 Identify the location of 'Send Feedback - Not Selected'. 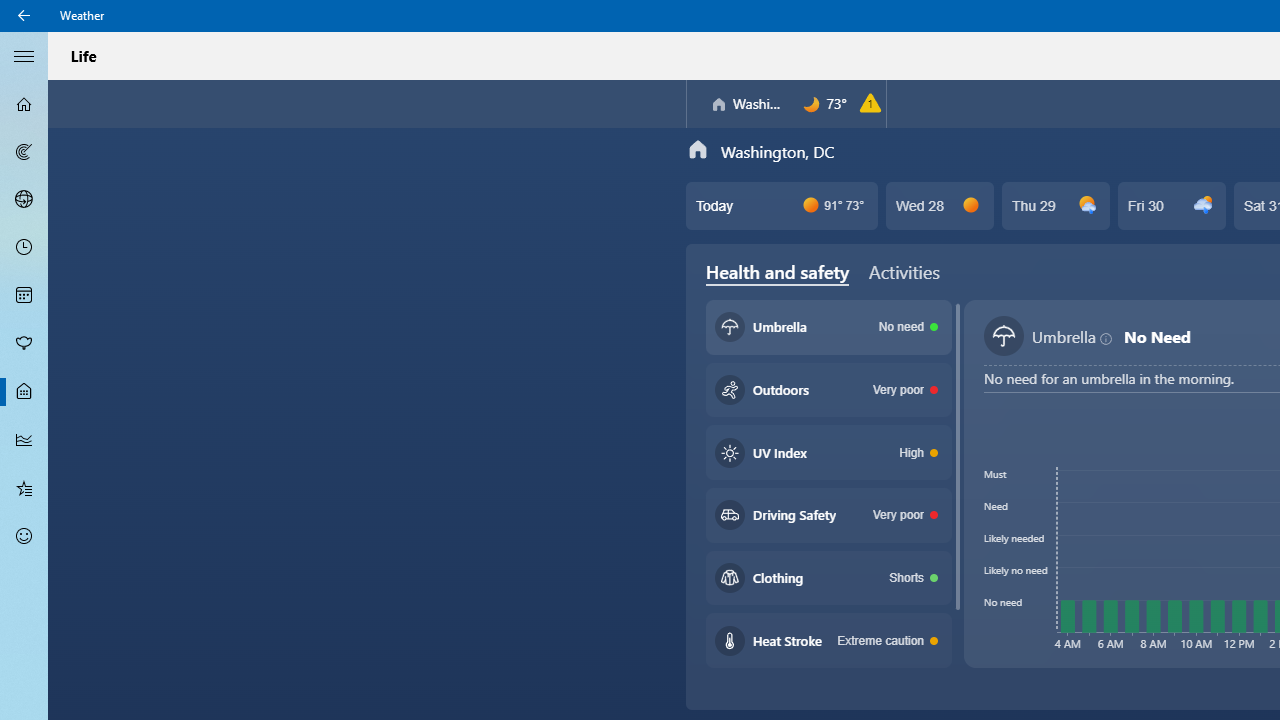
(24, 535).